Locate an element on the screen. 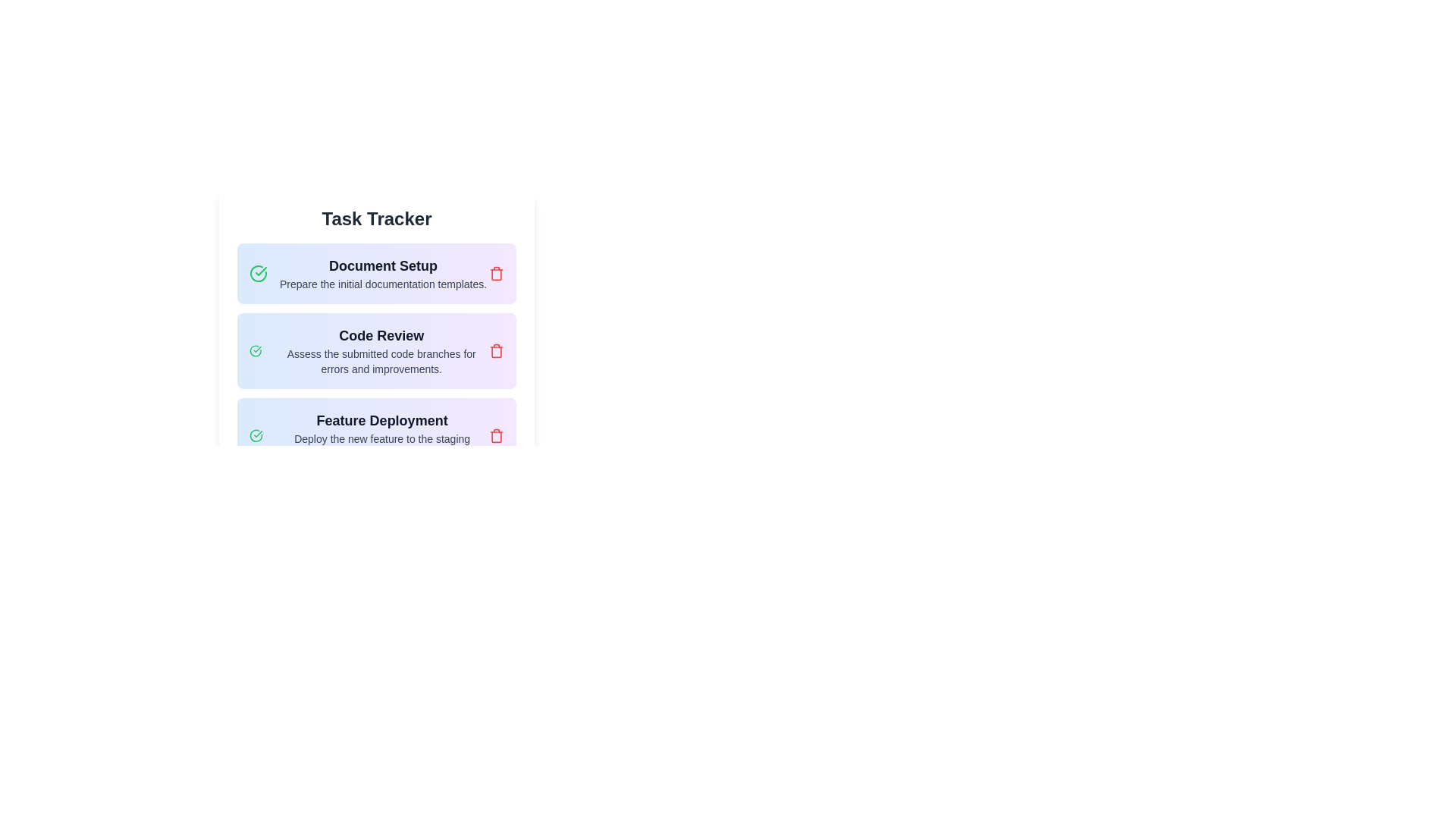  the task list item titled 'Feature Deployment', which includes the description 'Deploy the new feature to the staging environment and test.' This item is the third in a vertical list of tasks in the task management interface is located at coordinates (382, 435).